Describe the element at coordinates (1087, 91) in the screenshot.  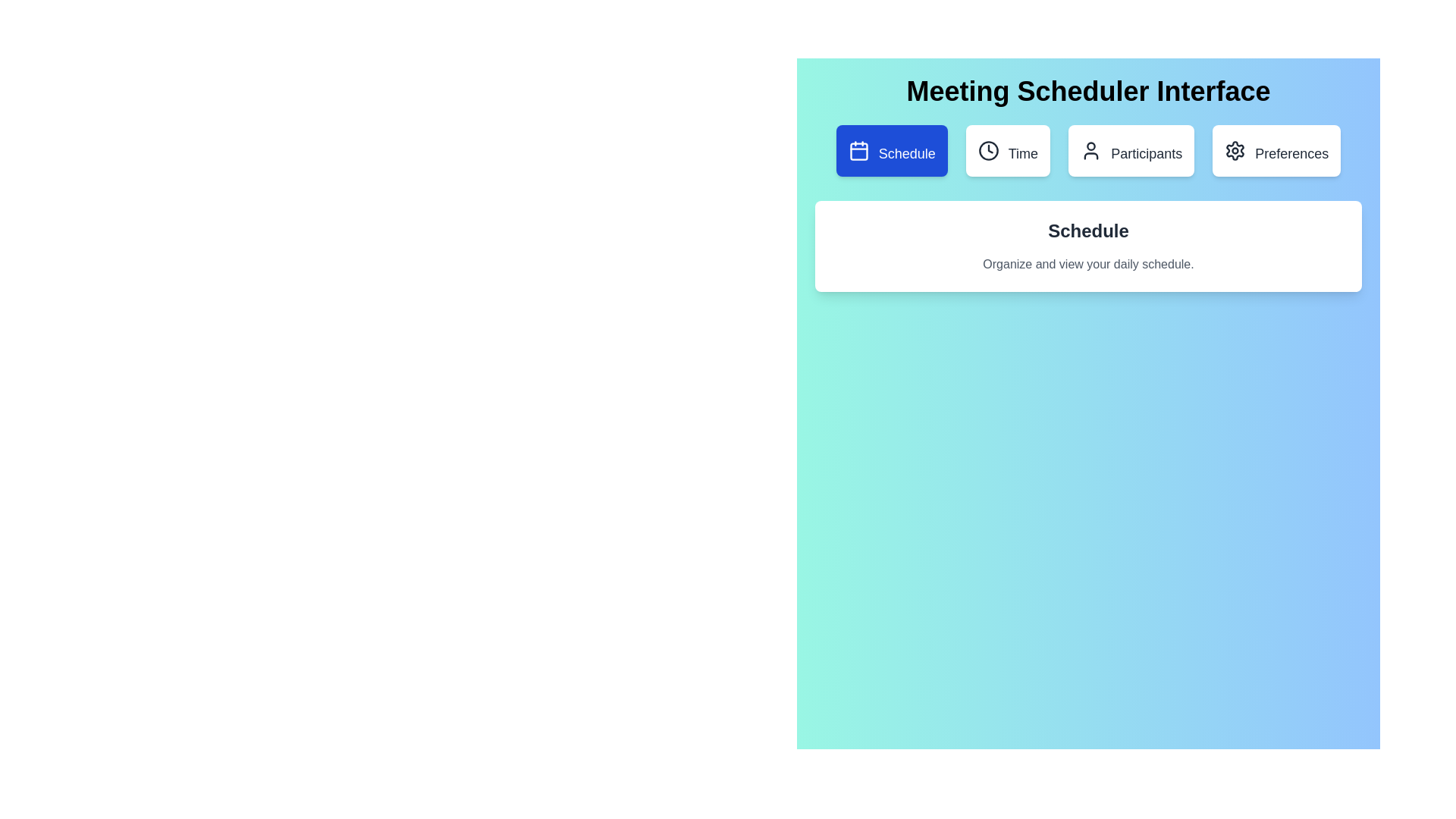
I see `static header text element located at the top center of the interface, which indicates the application's purpose as a meeting scheduler` at that location.